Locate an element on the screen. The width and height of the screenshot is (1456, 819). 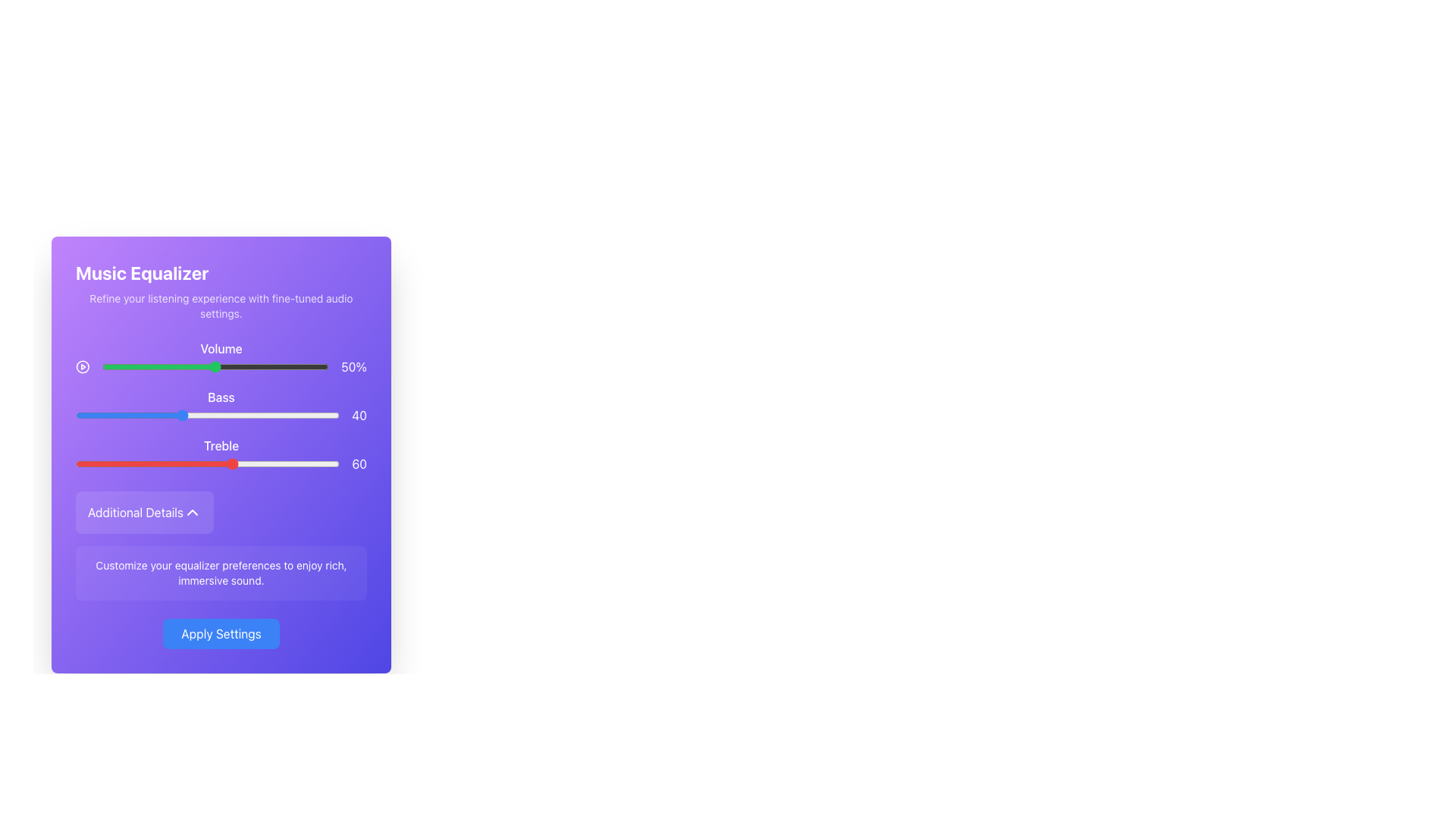
the treble level is located at coordinates (284, 463).